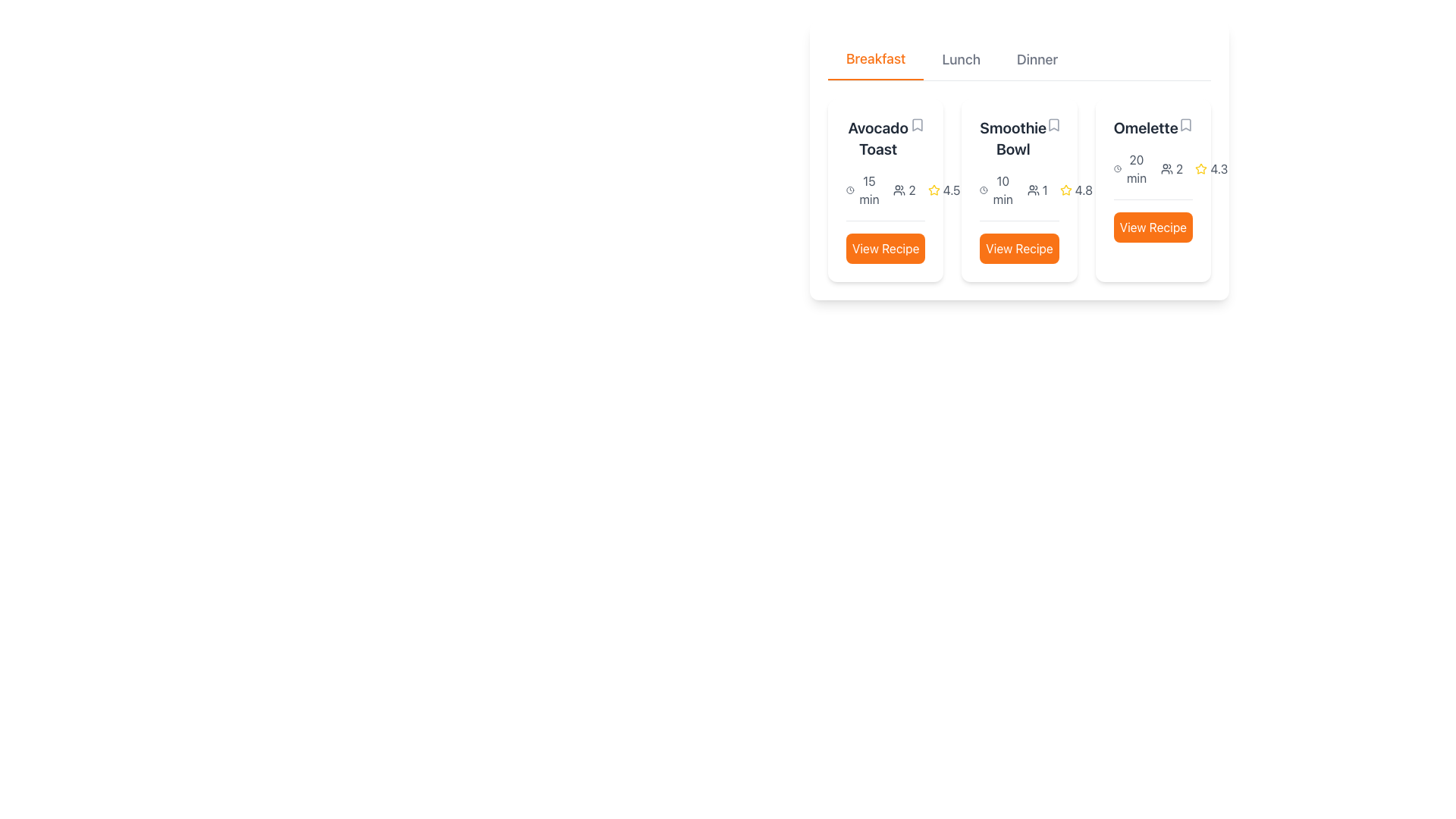 The width and height of the screenshot is (1456, 819). I want to click on the small icon resembling a group of two people, which is located in the 'Omelette' section of the third card, immediately before the number '2', so click(1166, 169).